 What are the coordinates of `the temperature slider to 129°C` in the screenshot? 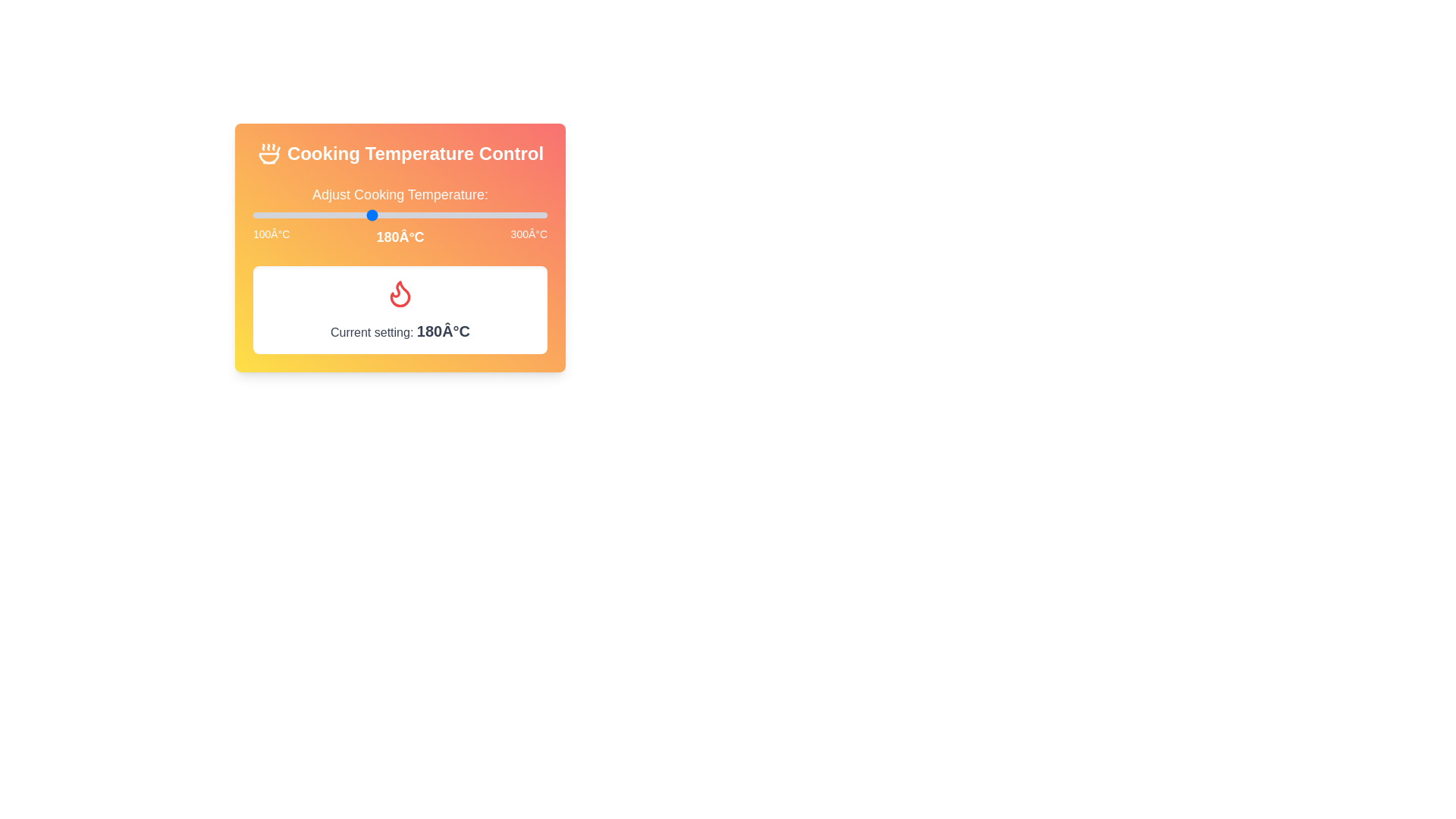 It's located at (296, 215).